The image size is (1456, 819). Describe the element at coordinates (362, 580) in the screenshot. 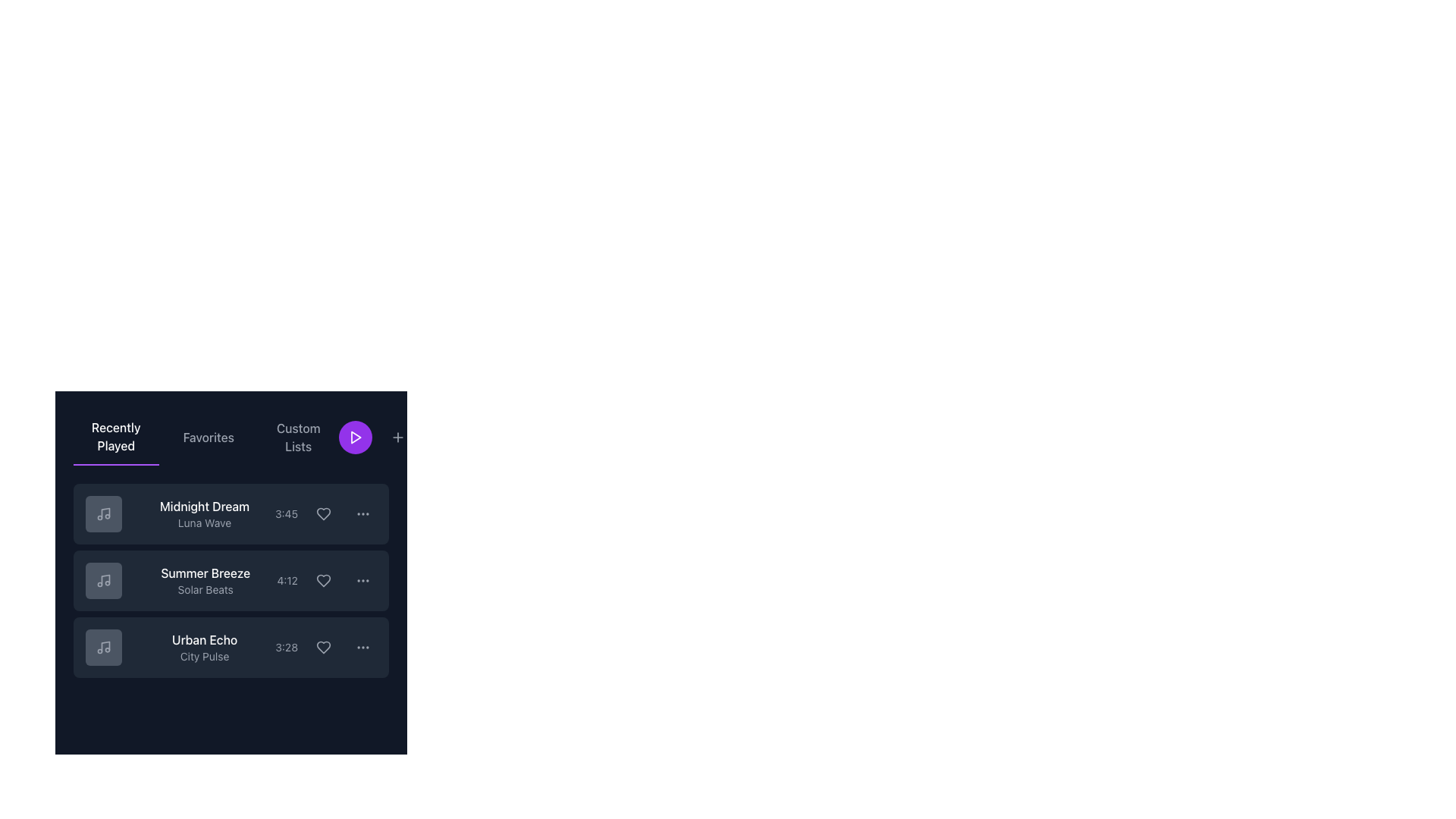

I see `the ellipsis menu button, which is a horizontal icon made of three equally spaced circular dots` at that location.